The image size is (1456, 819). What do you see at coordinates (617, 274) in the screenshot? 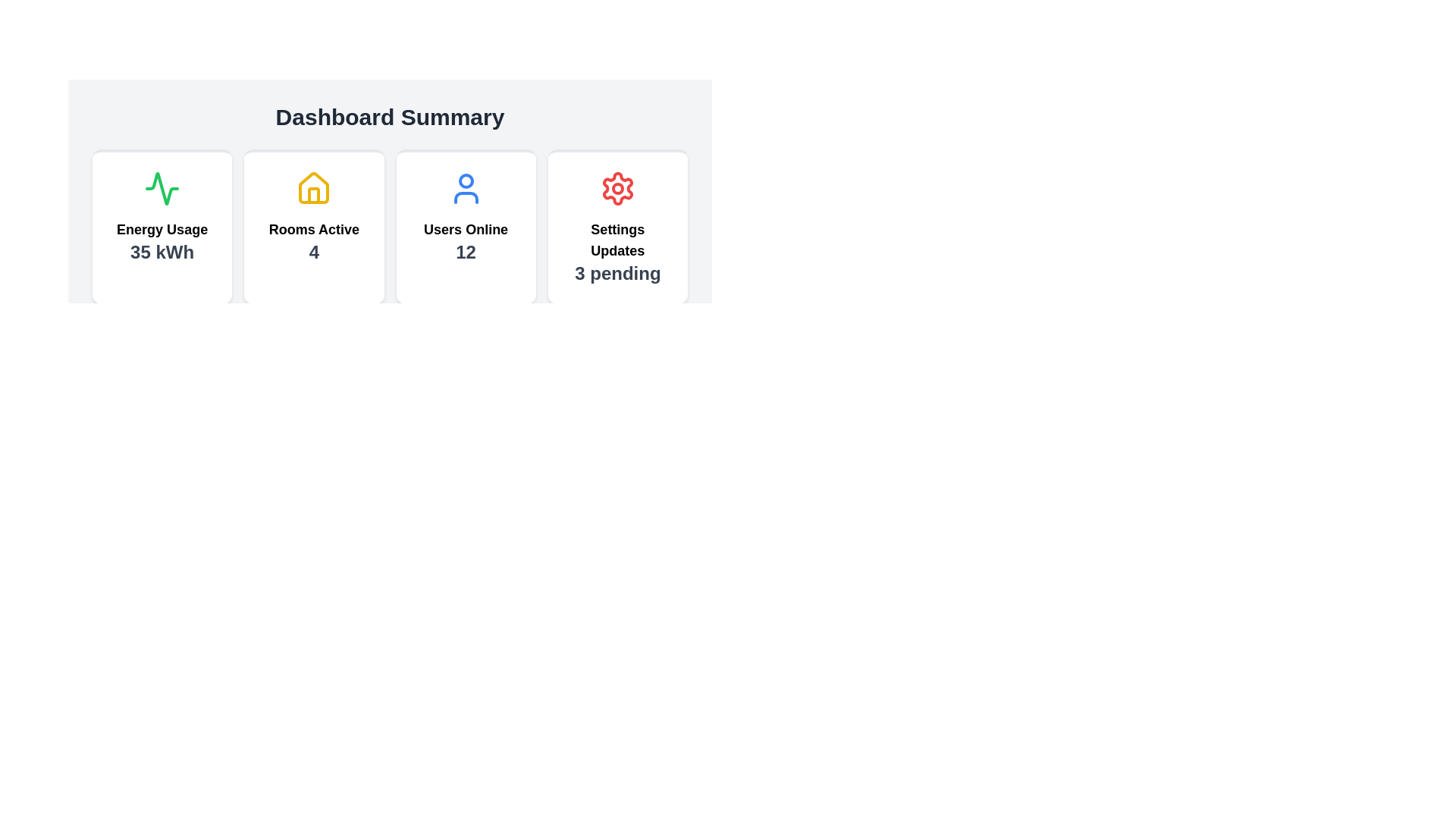
I see `text label displaying '3 pending' located within the 'Settings Updates' card to understand the pending updates count` at bounding box center [617, 274].